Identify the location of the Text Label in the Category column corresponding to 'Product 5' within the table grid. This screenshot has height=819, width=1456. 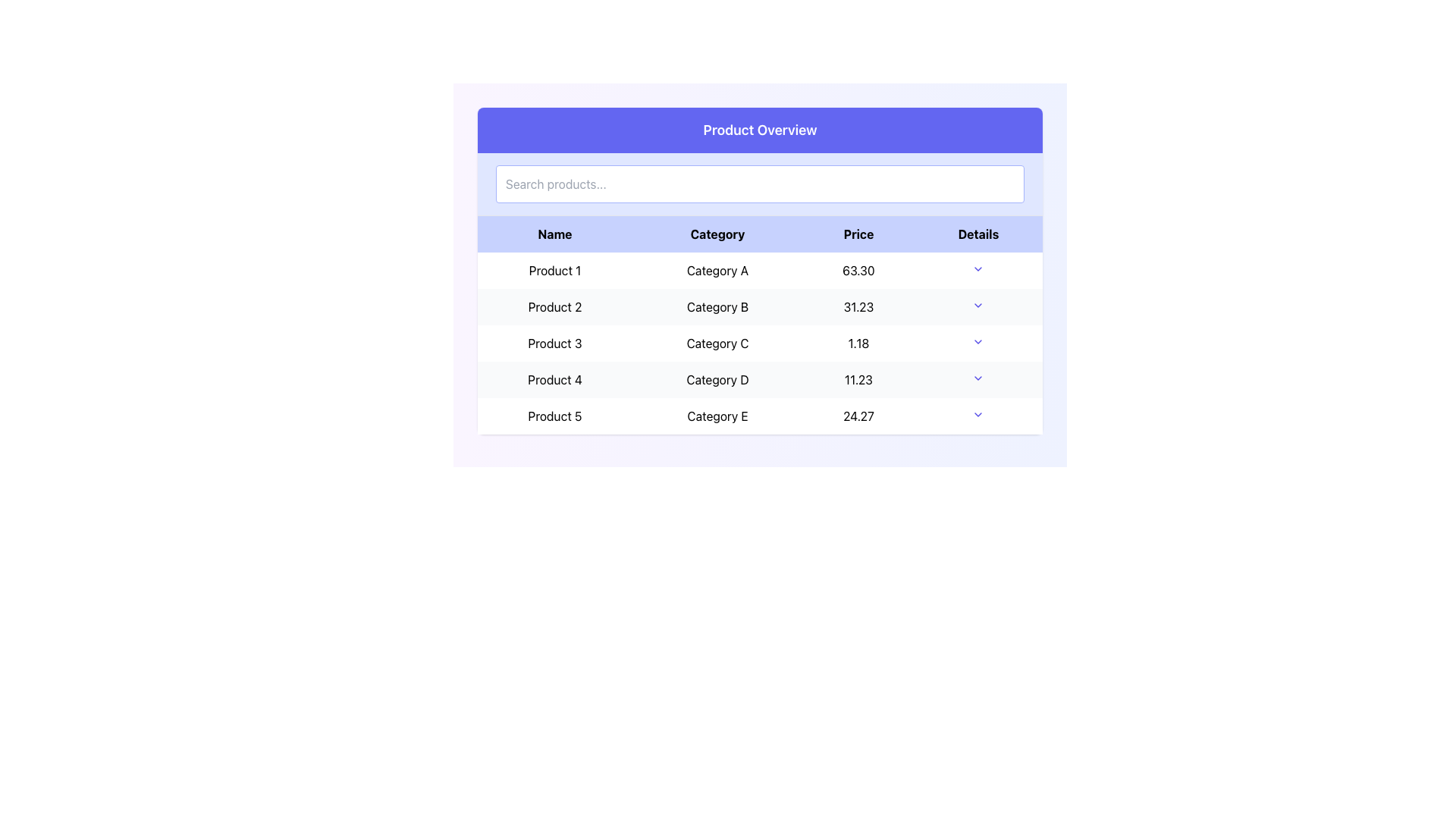
(717, 416).